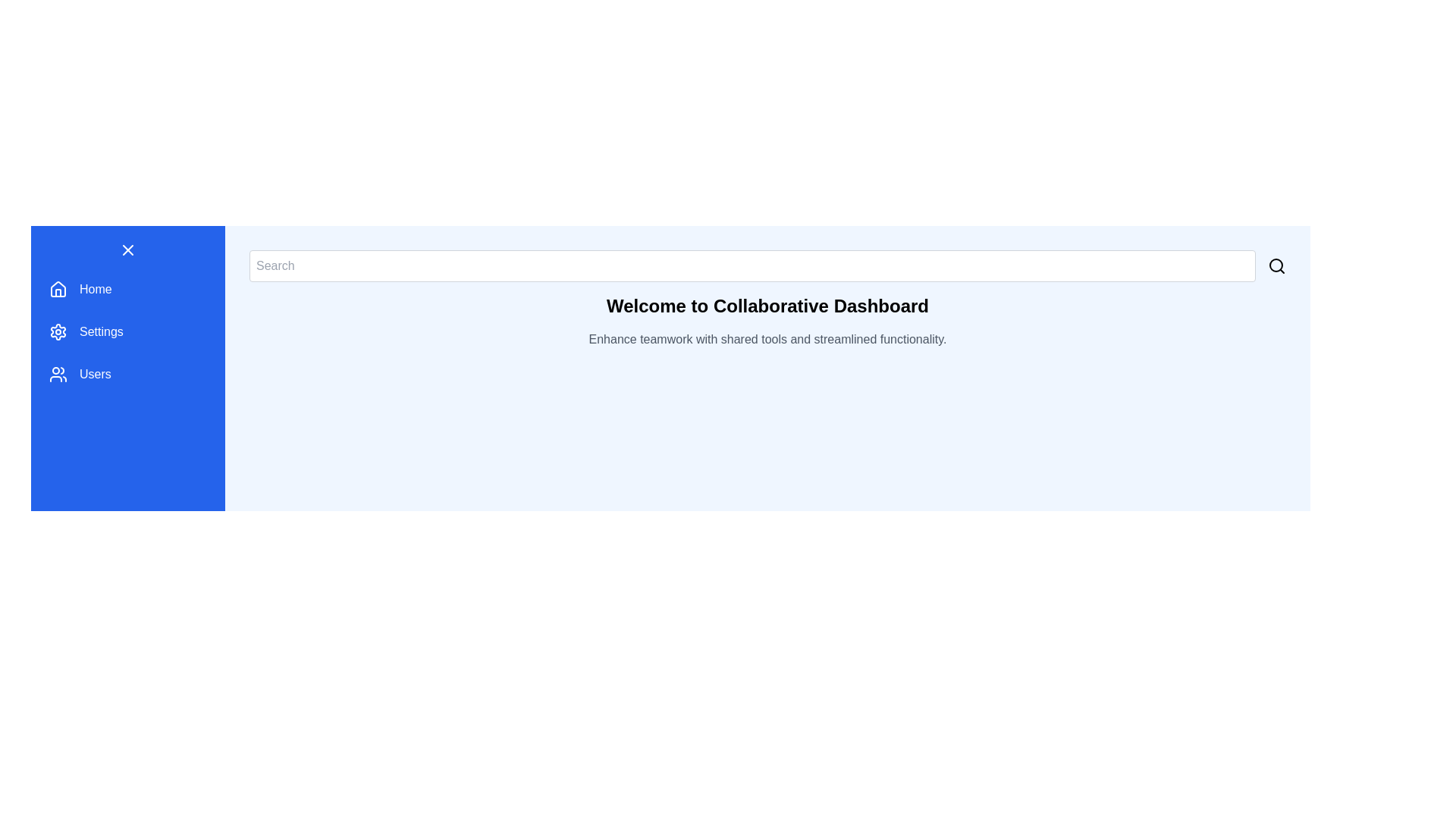 This screenshot has height=819, width=1456. Describe the element at coordinates (127, 289) in the screenshot. I see `the navigation item labeled Home` at that location.